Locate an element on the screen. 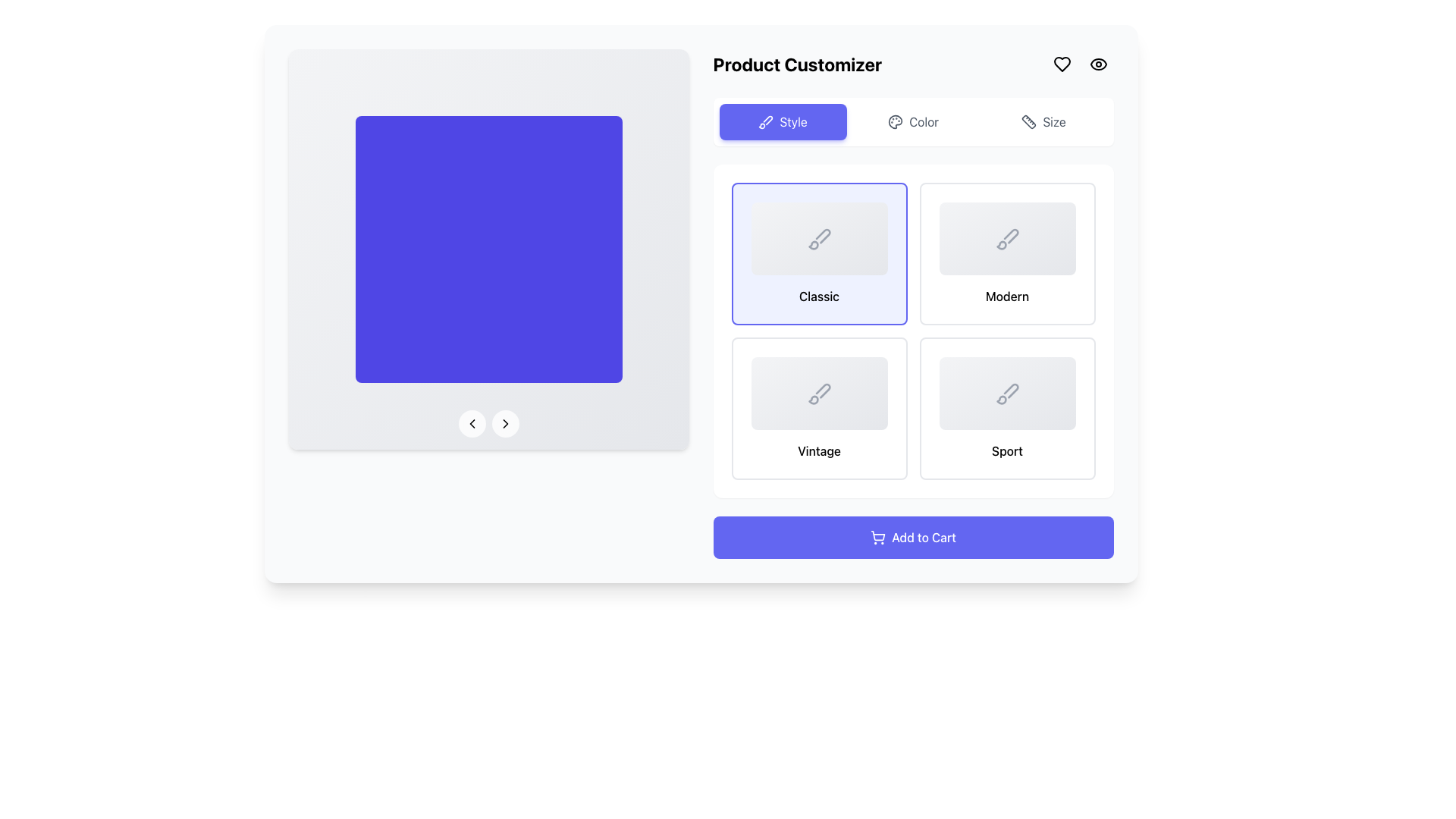 Image resolution: width=1456 pixels, height=819 pixels. the first navigational button on the left side is located at coordinates (471, 424).